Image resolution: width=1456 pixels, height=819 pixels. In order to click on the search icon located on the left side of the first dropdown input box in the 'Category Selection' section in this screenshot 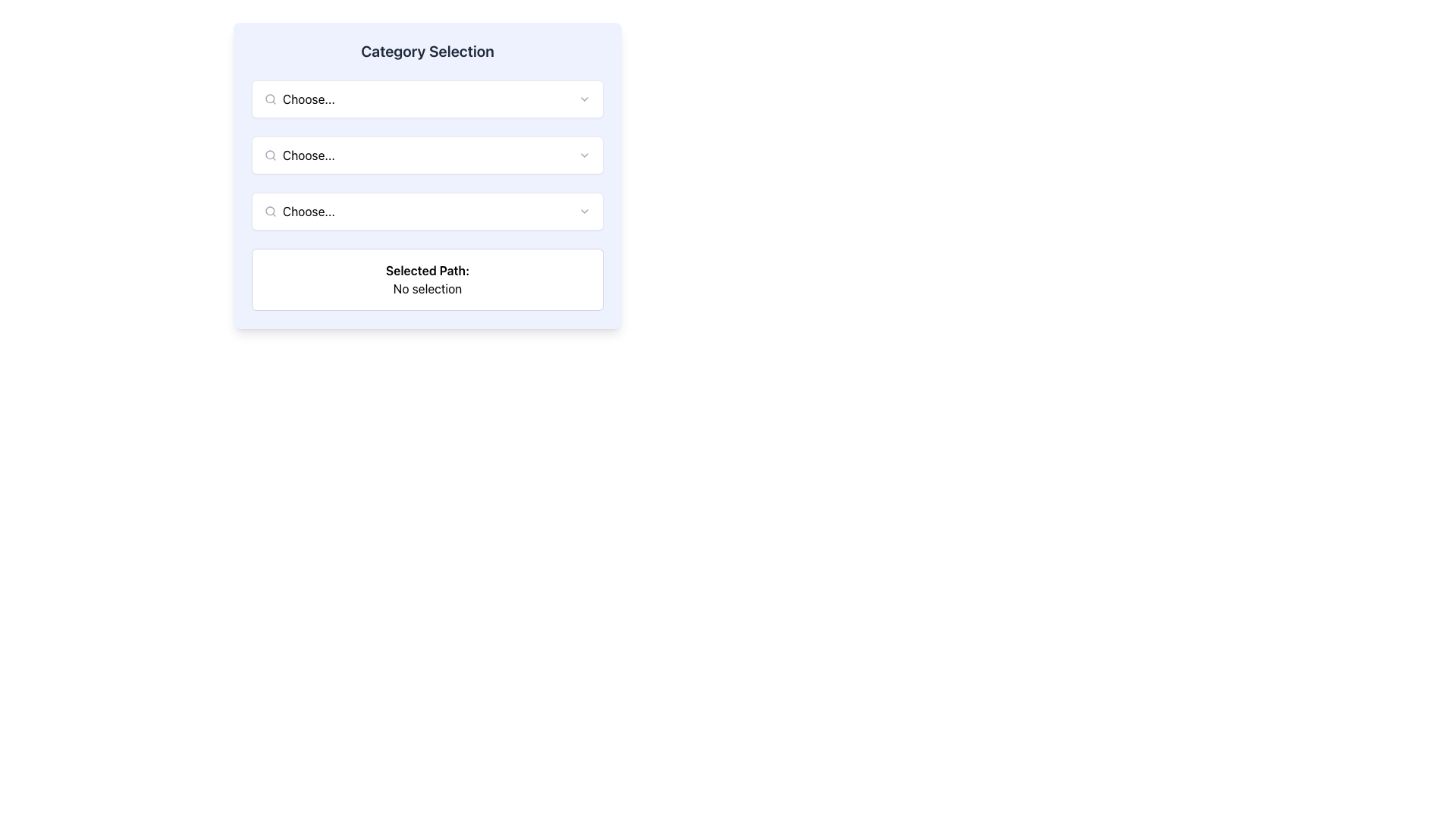, I will do `click(270, 99)`.